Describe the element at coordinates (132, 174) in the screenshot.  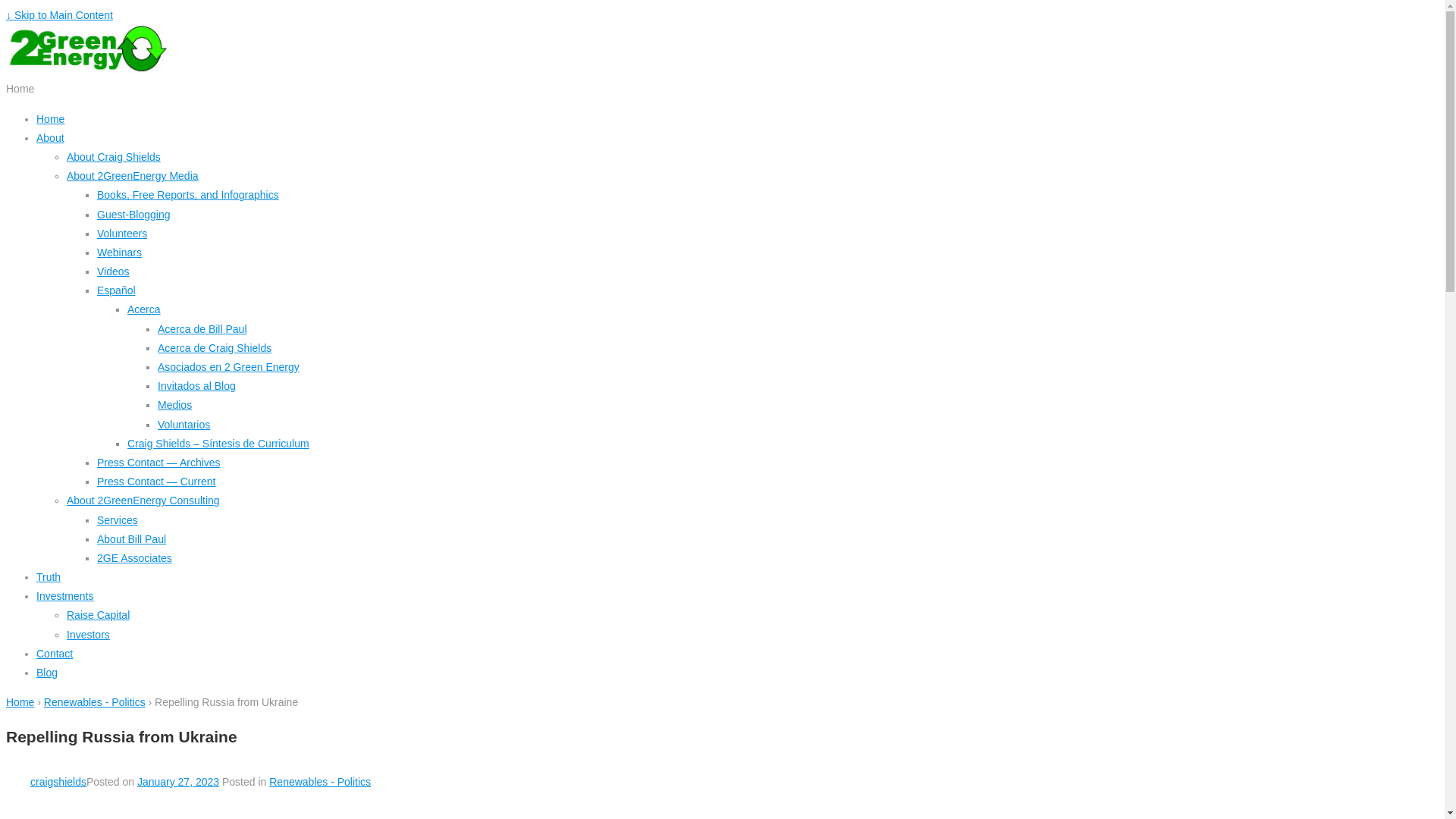
I see `'About 2GreenEnergy Media'` at that location.